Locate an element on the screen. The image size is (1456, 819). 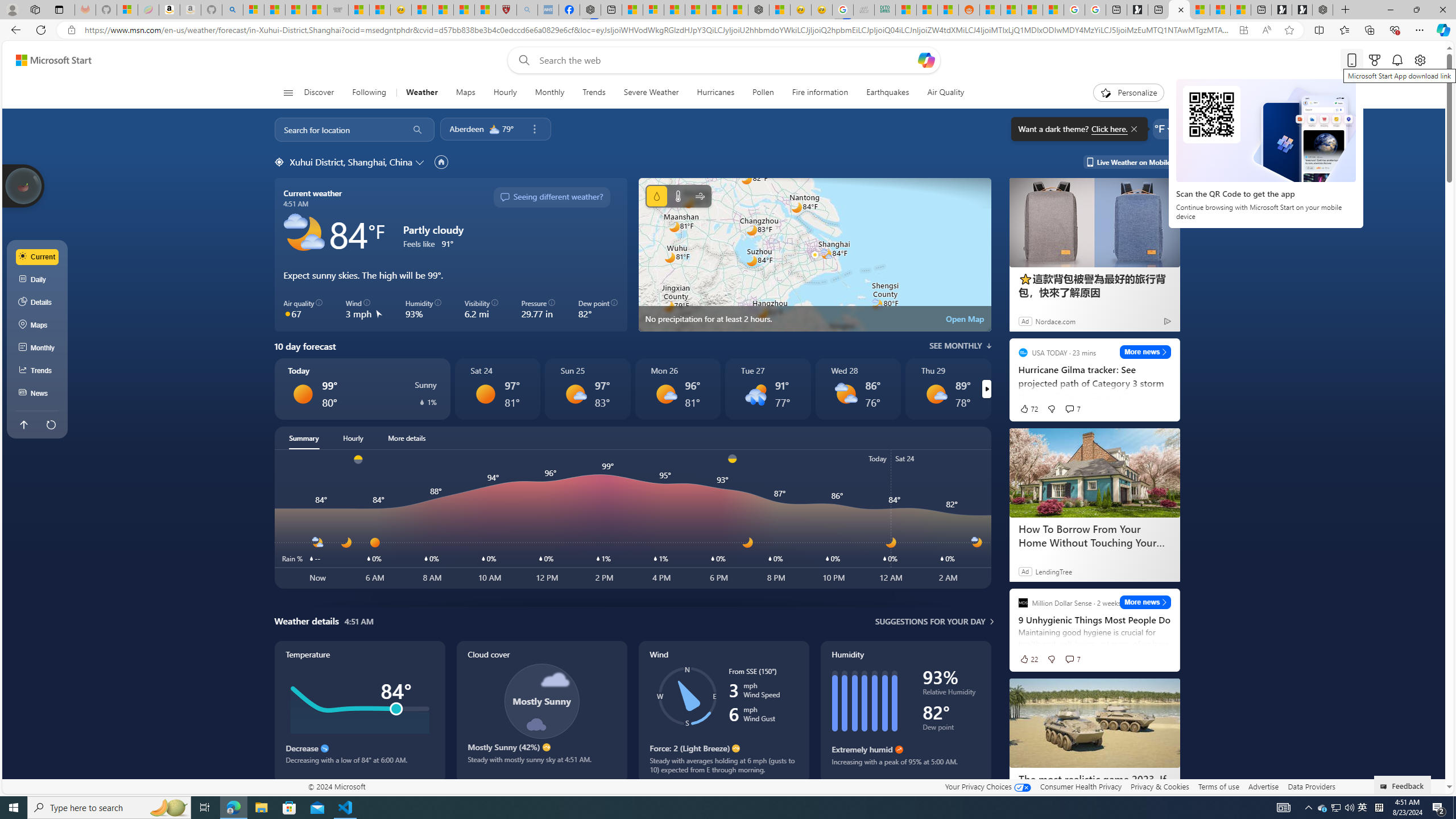
'Humidity 93%' is located at coordinates (423, 309).